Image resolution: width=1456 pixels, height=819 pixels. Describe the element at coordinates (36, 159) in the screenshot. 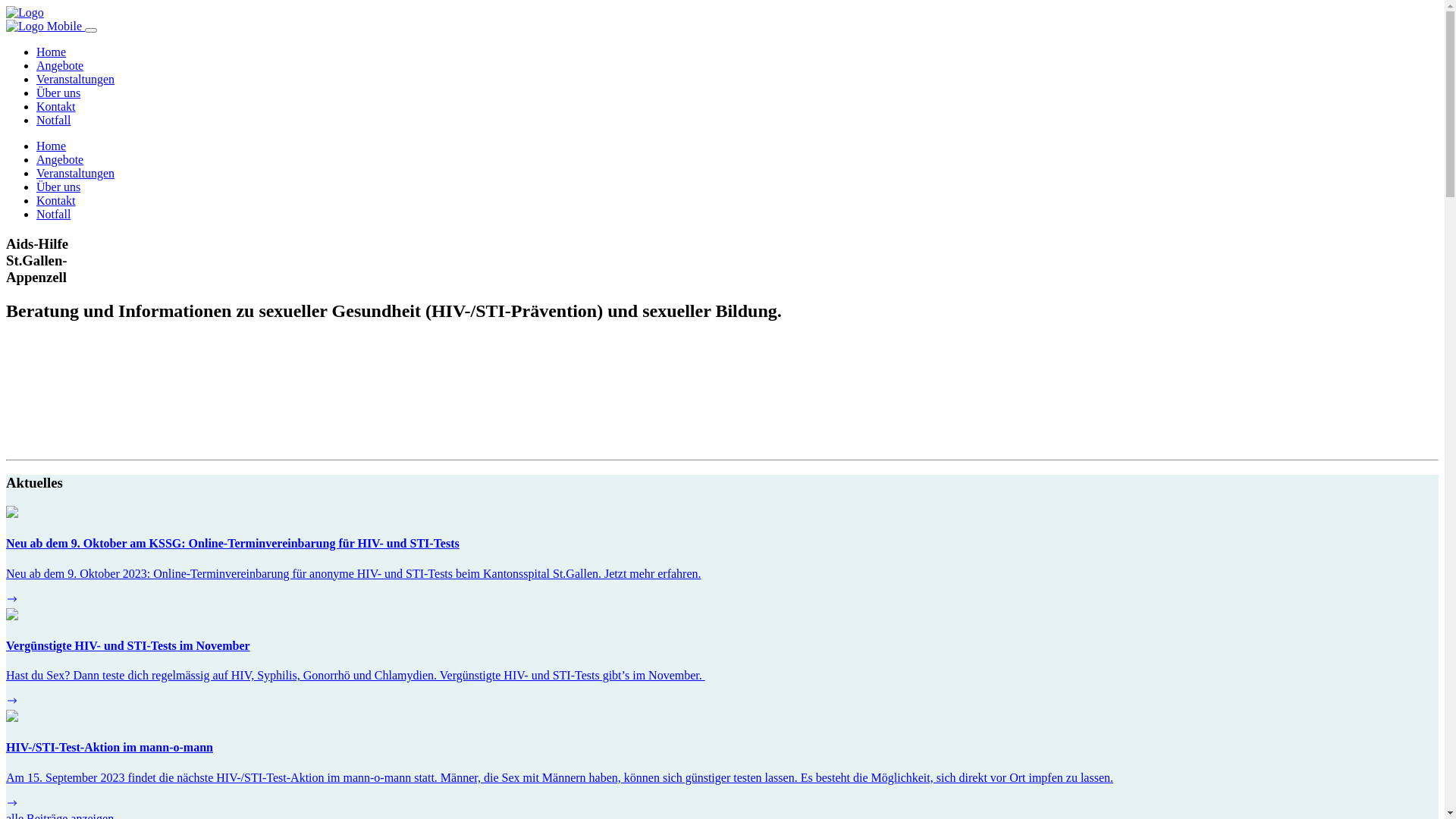

I see `'Angebote'` at that location.